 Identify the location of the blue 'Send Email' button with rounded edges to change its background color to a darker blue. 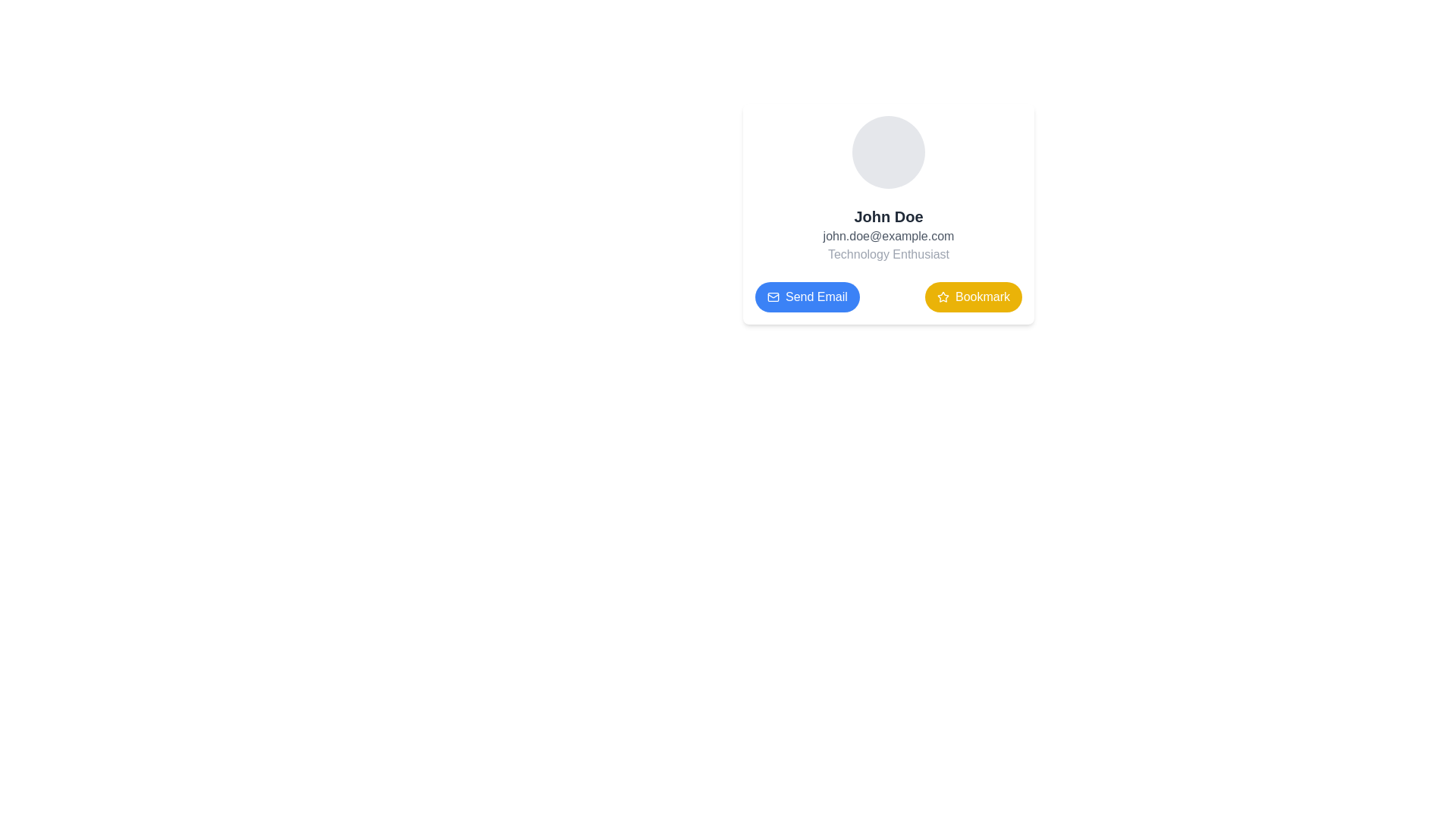
(806, 297).